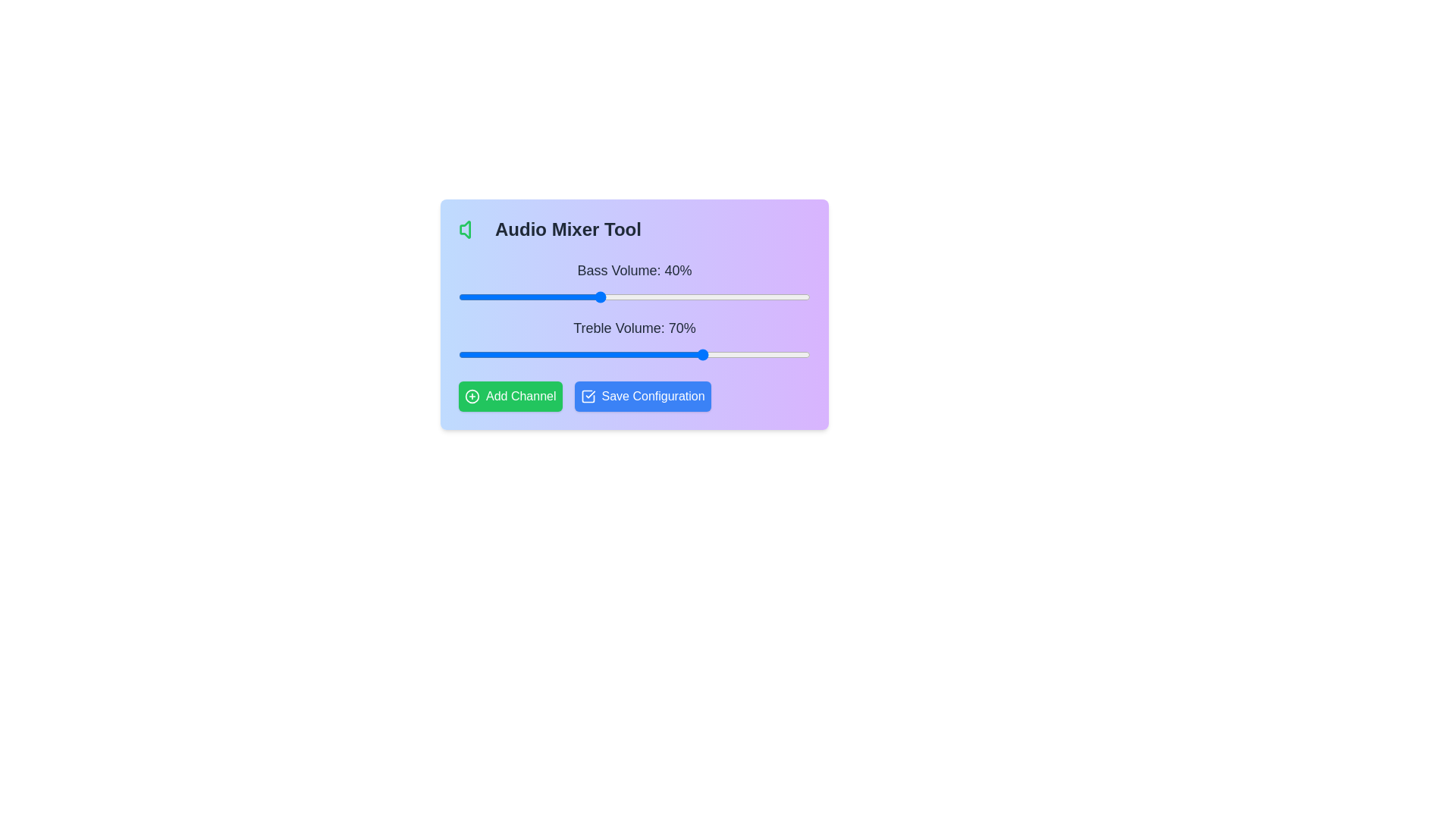  What do you see at coordinates (751, 297) in the screenshot?
I see `the slider` at bounding box center [751, 297].